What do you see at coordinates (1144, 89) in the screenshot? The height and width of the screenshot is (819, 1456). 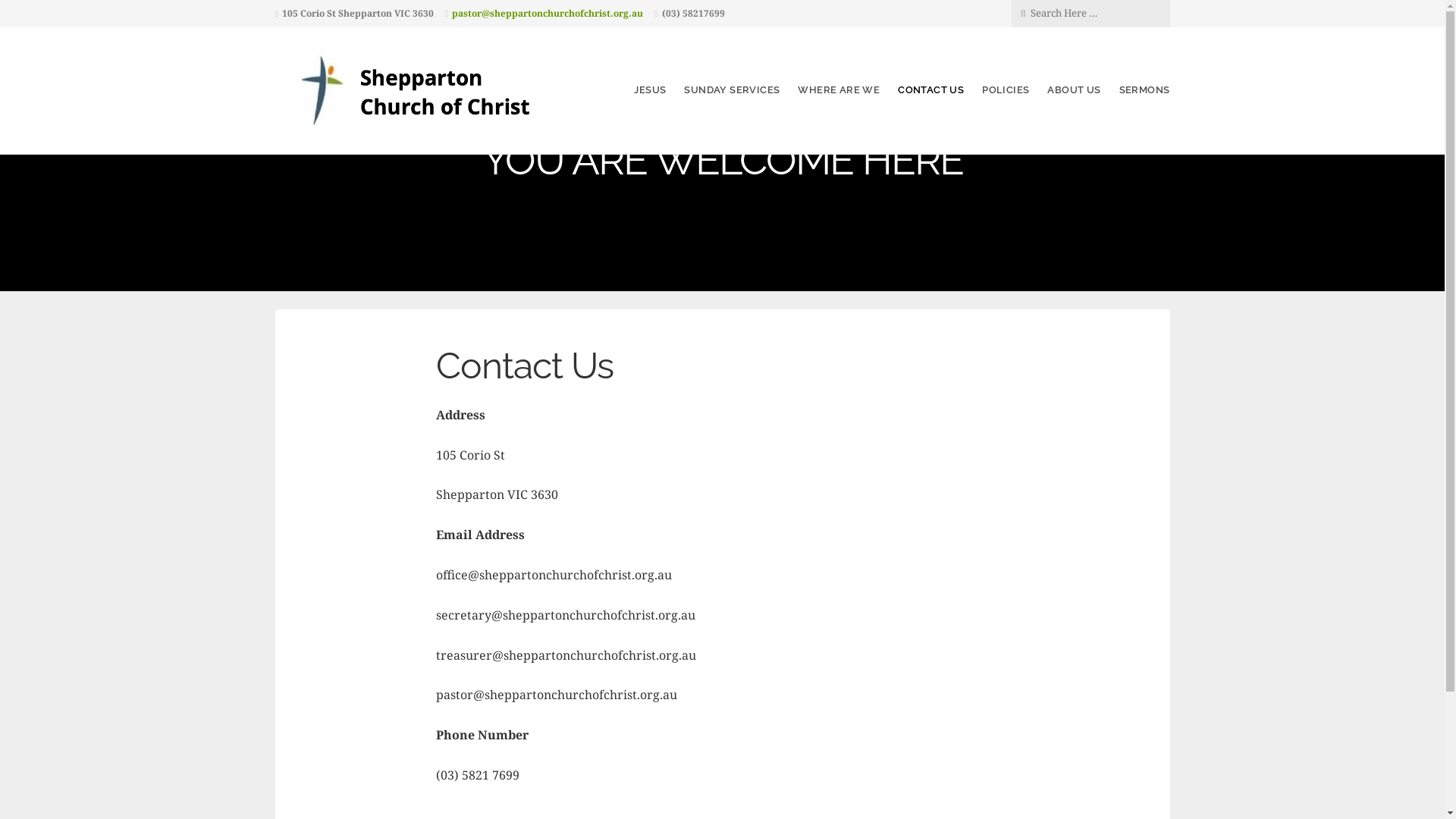 I see `'SERMONS'` at bounding box center [1144, 89].